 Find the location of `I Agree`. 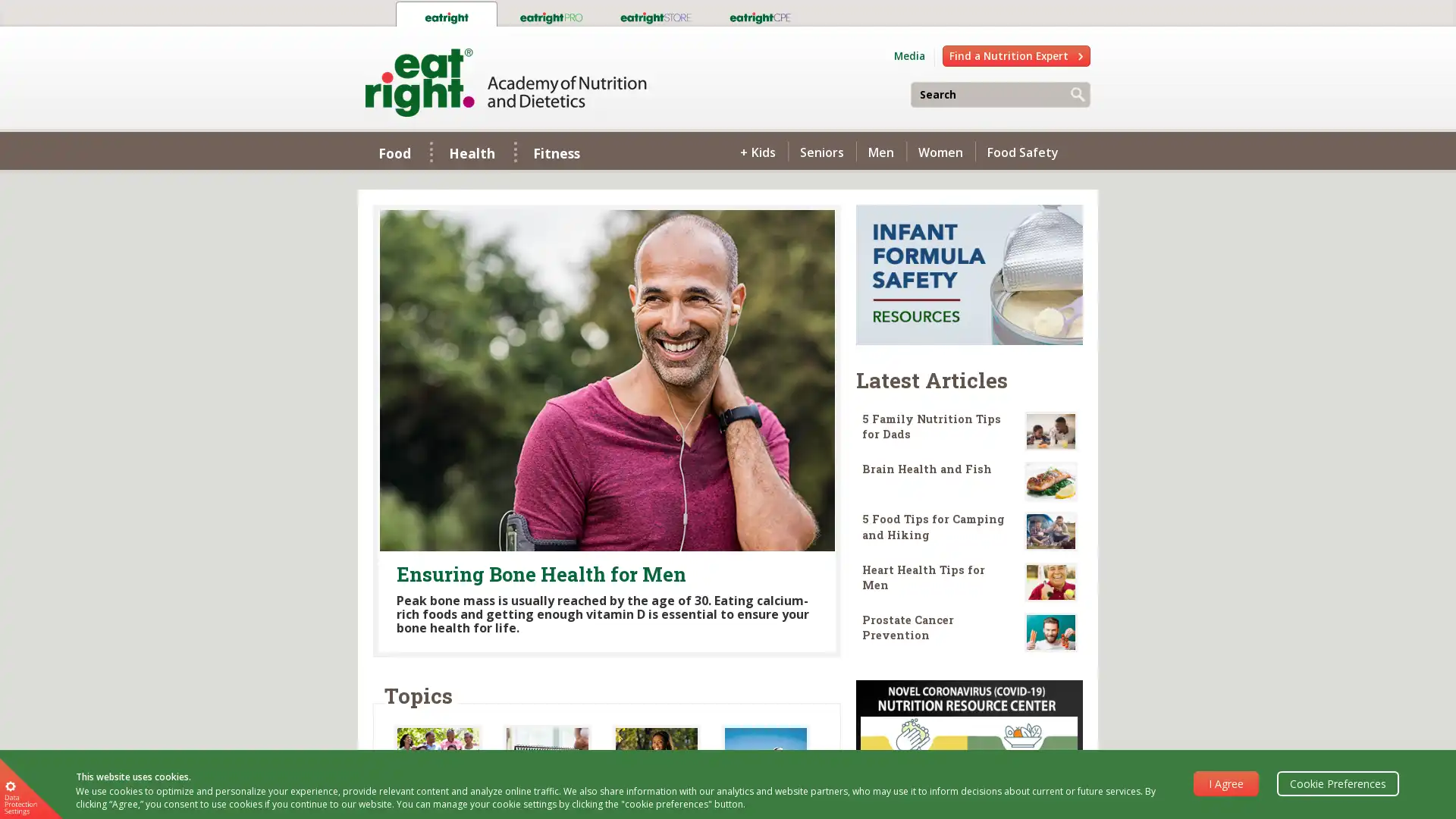

I Agree is located at coordinates (1226, 783).